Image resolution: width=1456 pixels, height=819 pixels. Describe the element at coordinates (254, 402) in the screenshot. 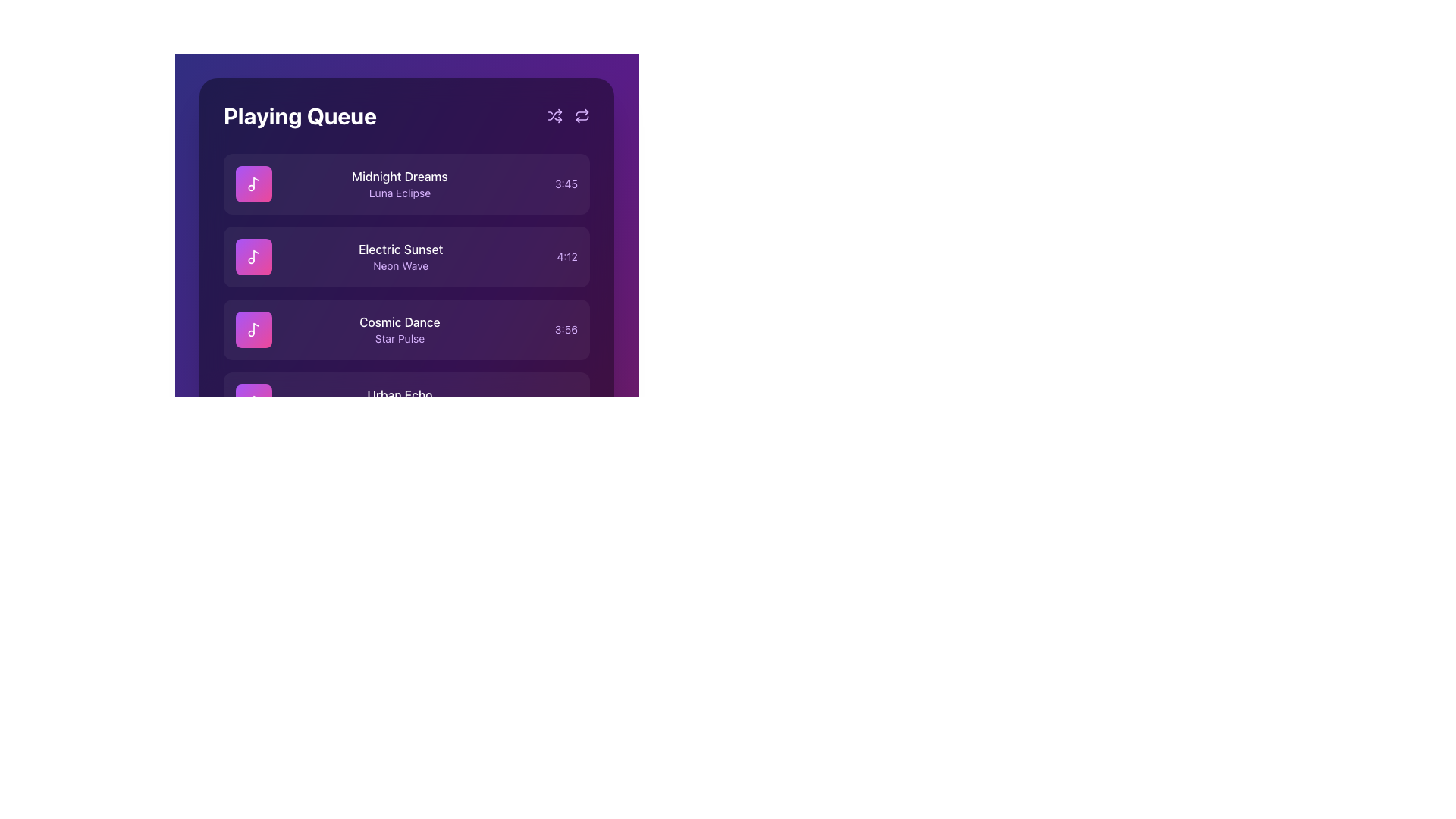

I see `the music track icon located in the bottom-most row of the 'Playing Queue', positioned to the left of 'Urban Echo'` at that location.